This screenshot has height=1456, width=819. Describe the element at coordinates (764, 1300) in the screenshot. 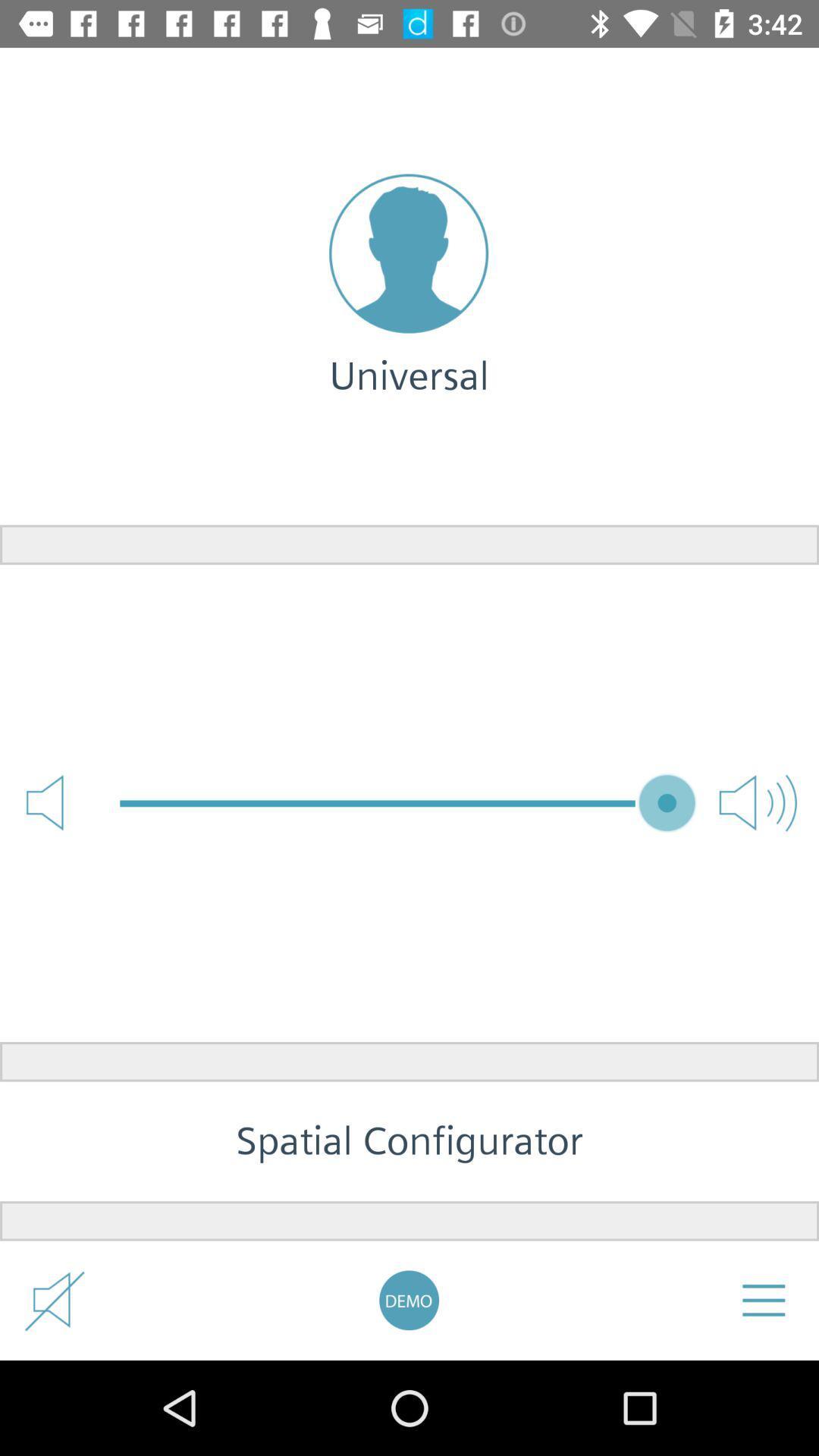

I see `the menu icon` at that location.